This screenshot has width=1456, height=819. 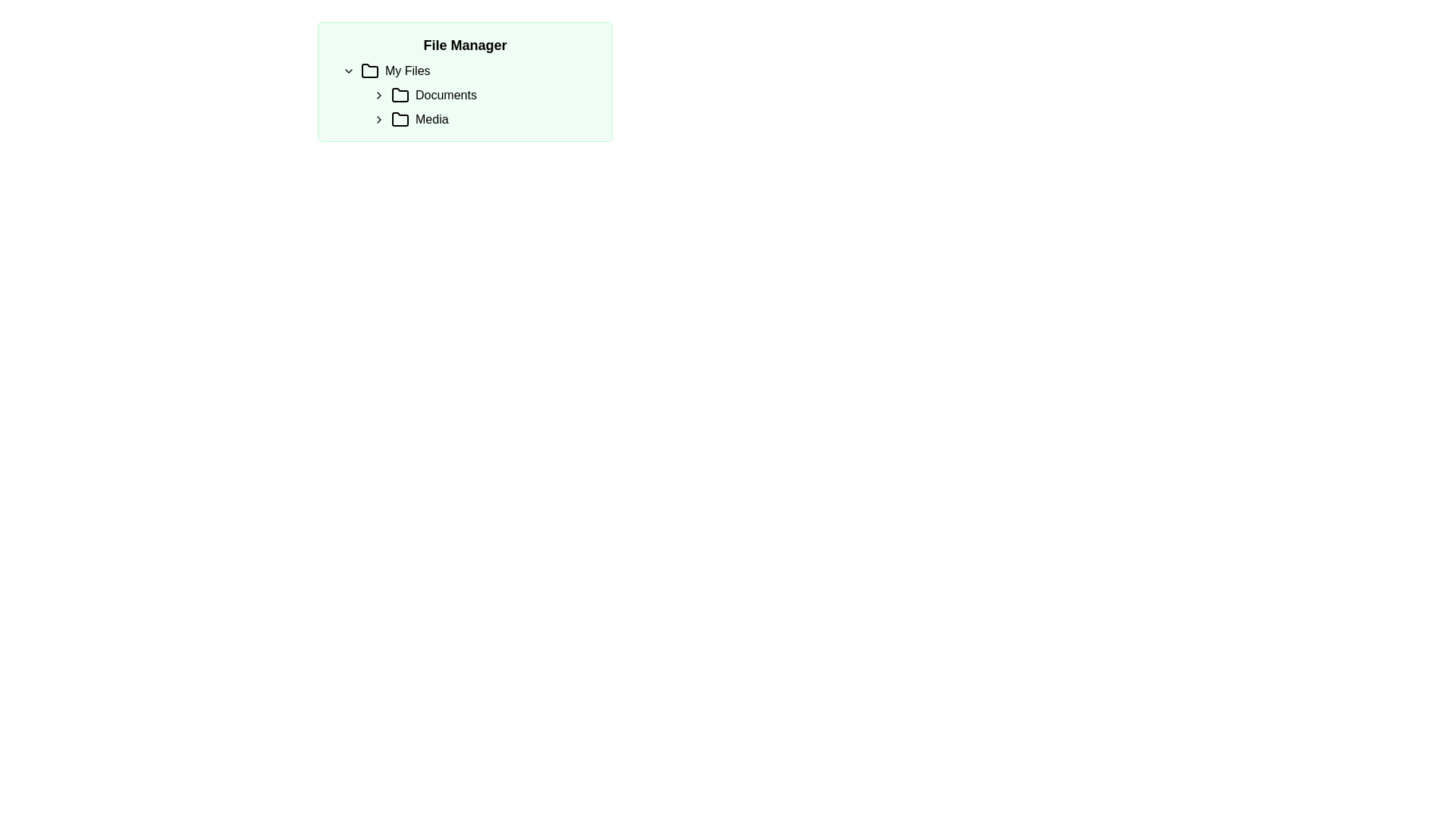 I want to click on the folder icon located in the top-left corner of the file management interface, so click(x=370, y=70).